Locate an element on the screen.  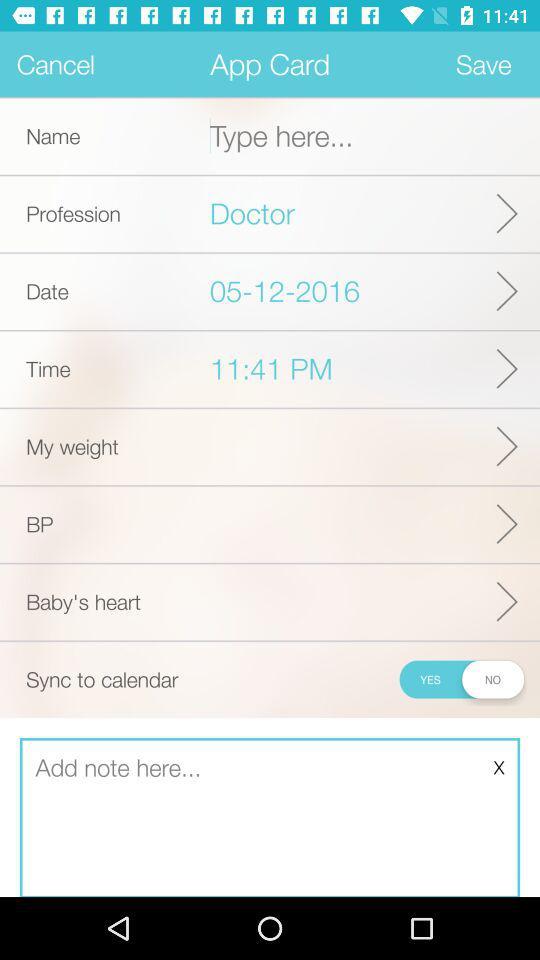
sync to calendar is located at coordinates (461, 679).